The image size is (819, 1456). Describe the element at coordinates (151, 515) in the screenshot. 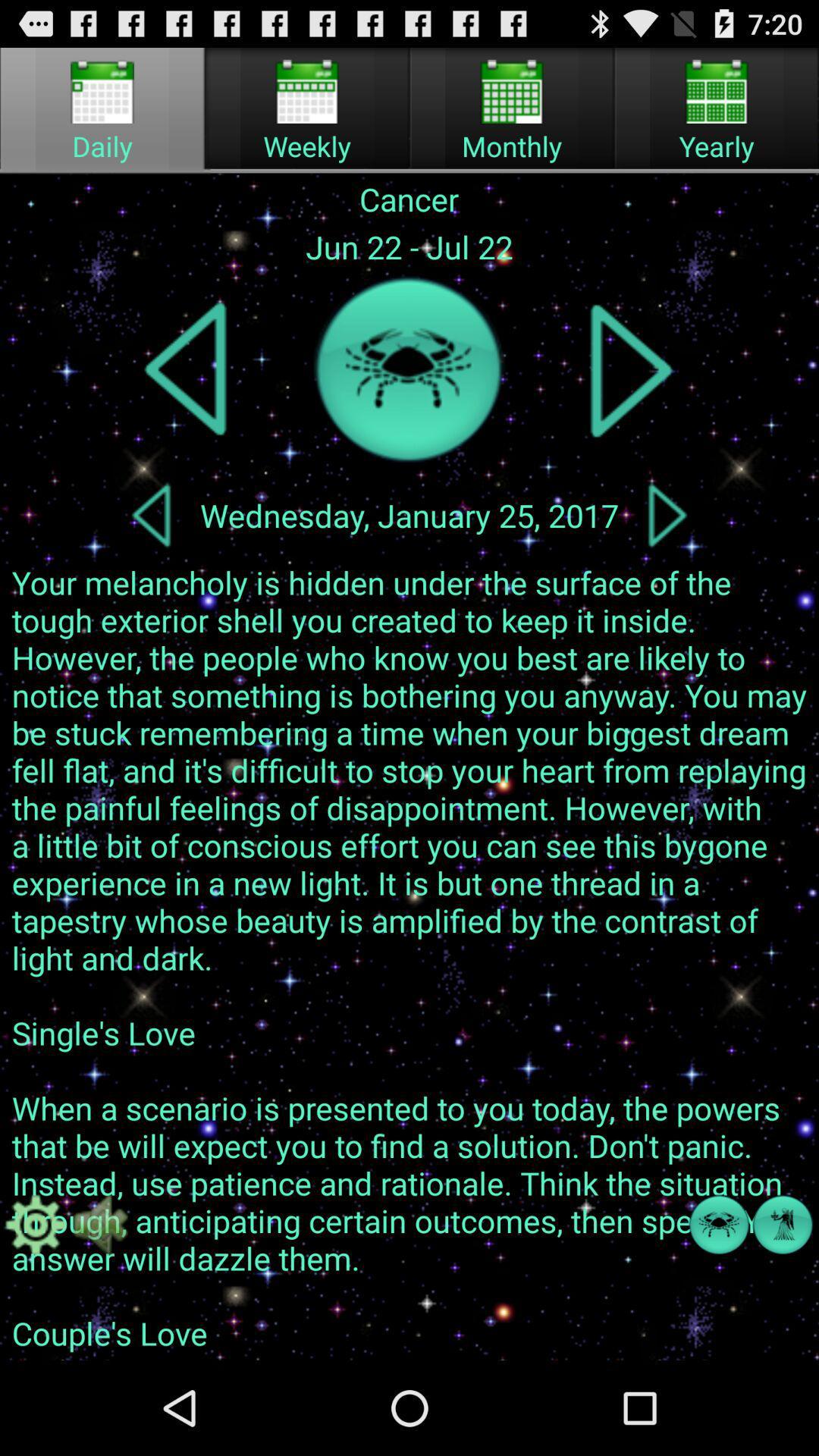

I see `previous day` at that location.